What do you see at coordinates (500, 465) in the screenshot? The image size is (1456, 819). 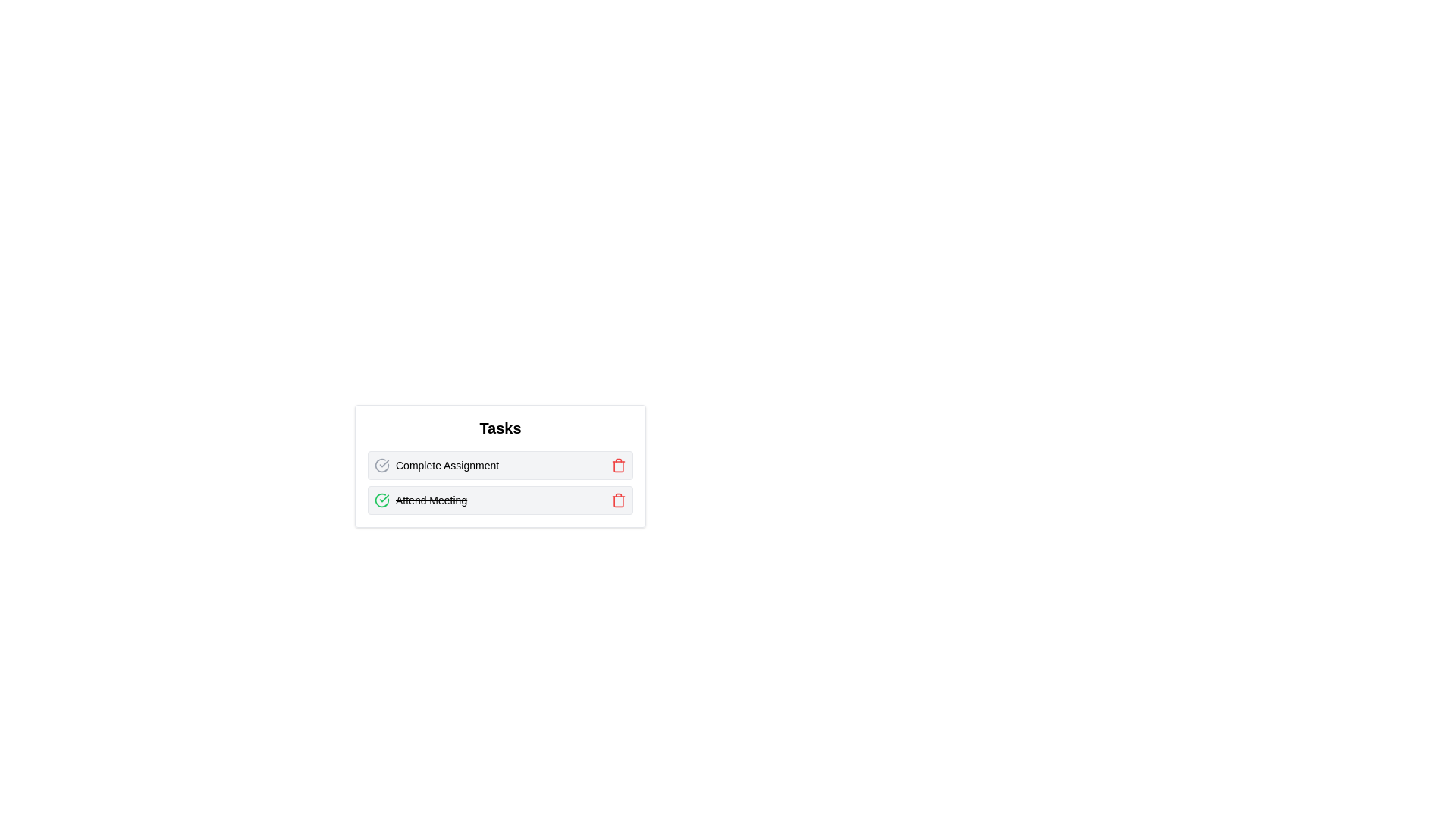 I see `the interactive elements within the 'Tasks' card UI component, such as the task items or icons, located at the specified center coordinates` at bounding box center [500, 465].